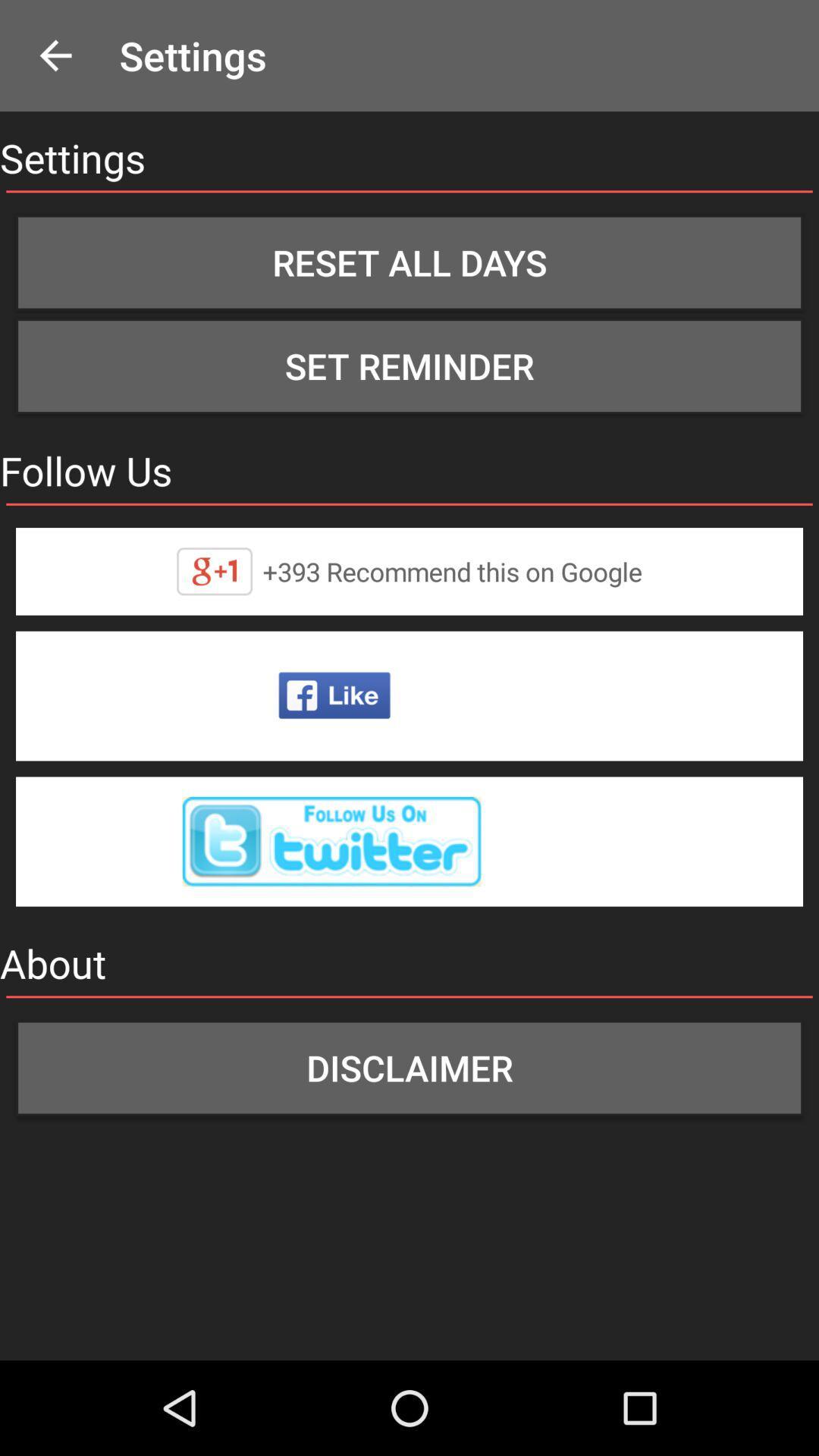  I want to click on icon next to the settings, so click(55, 55).